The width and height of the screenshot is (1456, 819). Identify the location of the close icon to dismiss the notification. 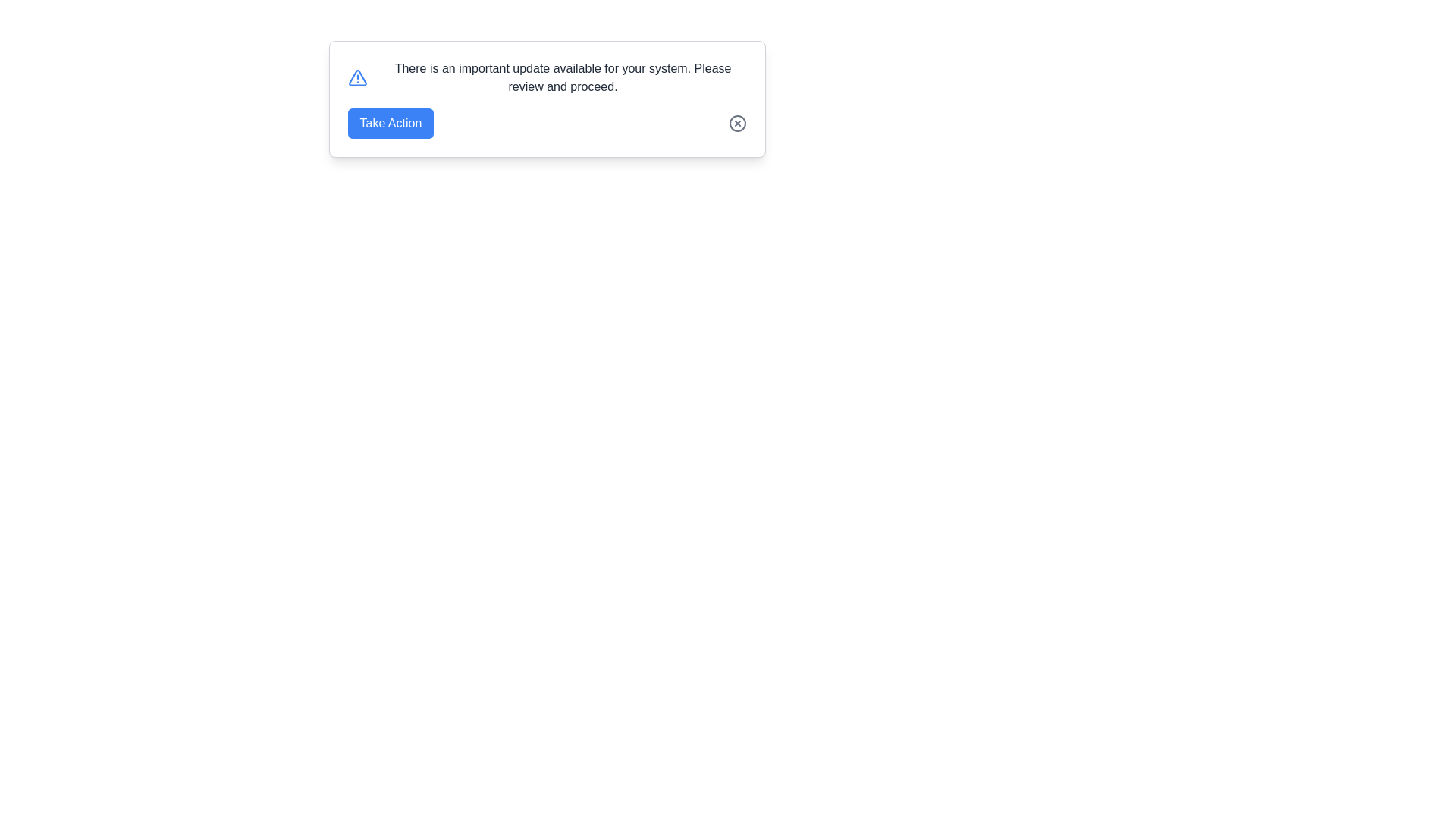
(737, 122).